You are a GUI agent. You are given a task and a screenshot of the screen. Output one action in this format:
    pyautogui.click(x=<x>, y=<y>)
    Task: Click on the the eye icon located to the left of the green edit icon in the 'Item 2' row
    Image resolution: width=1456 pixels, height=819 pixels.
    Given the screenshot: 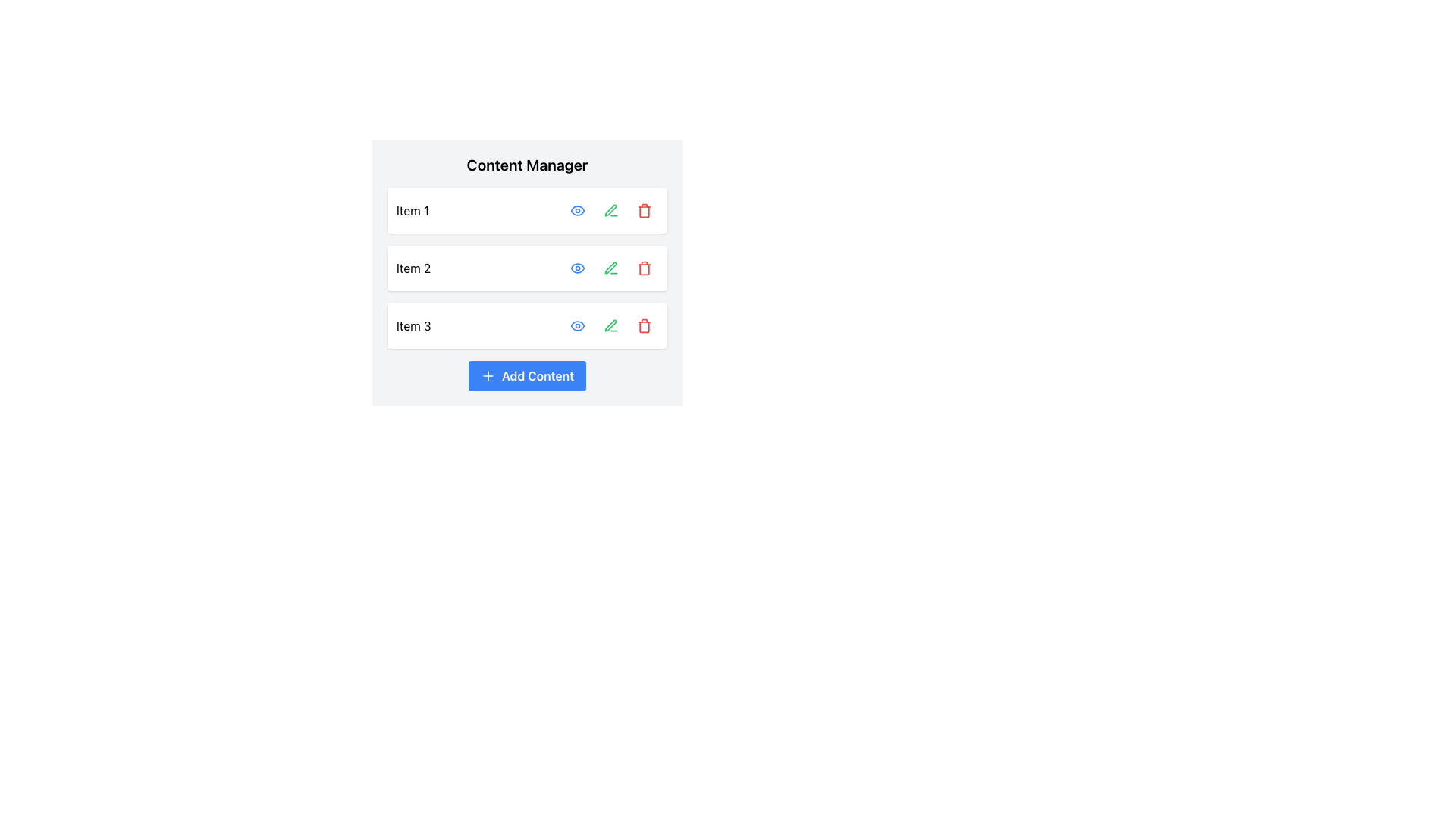 What is the action you would take?
    pyautogui.click(x=577, y=268)
    